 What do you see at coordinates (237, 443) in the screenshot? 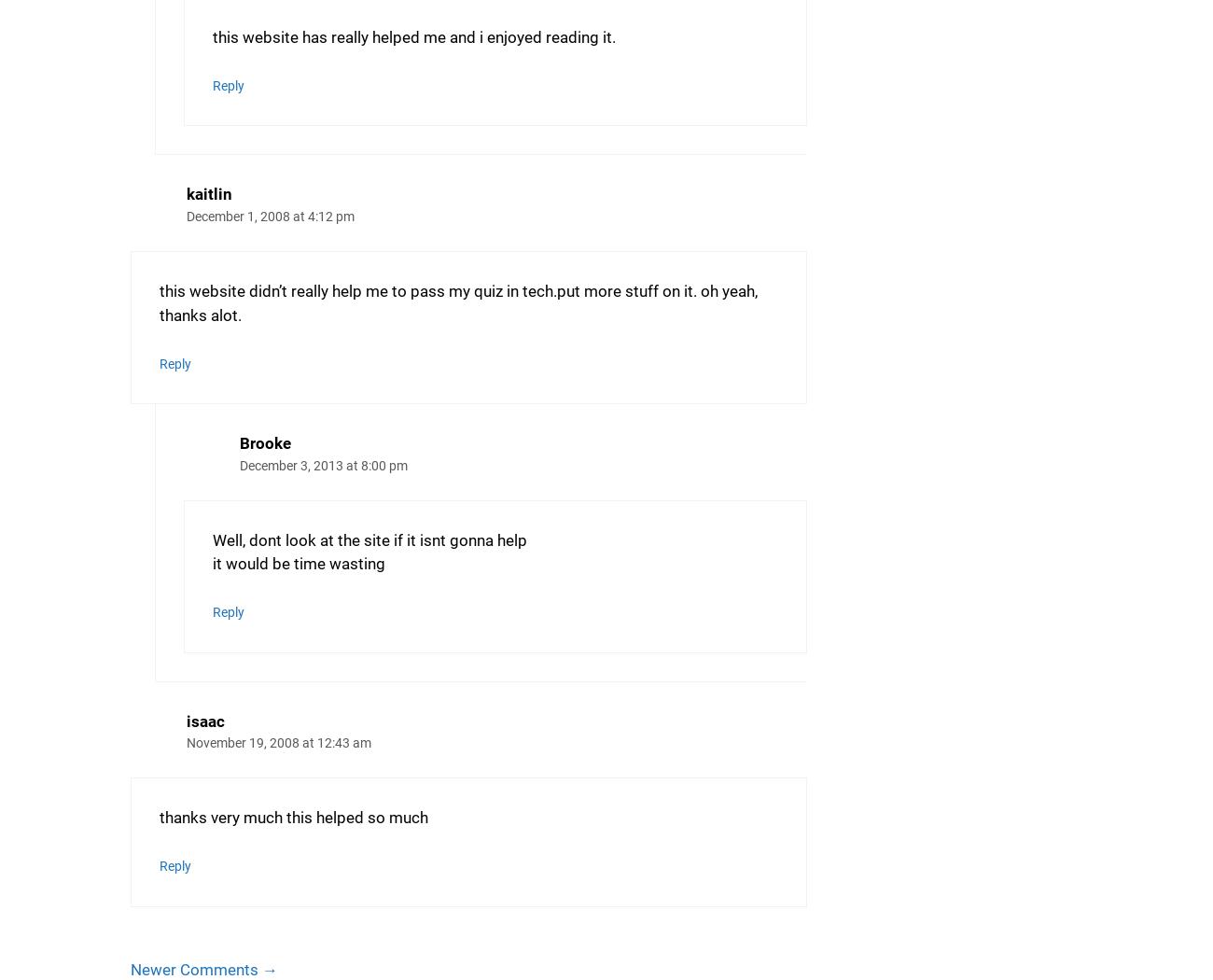
I see `'Brooke'` at bounding box center [237, 443].